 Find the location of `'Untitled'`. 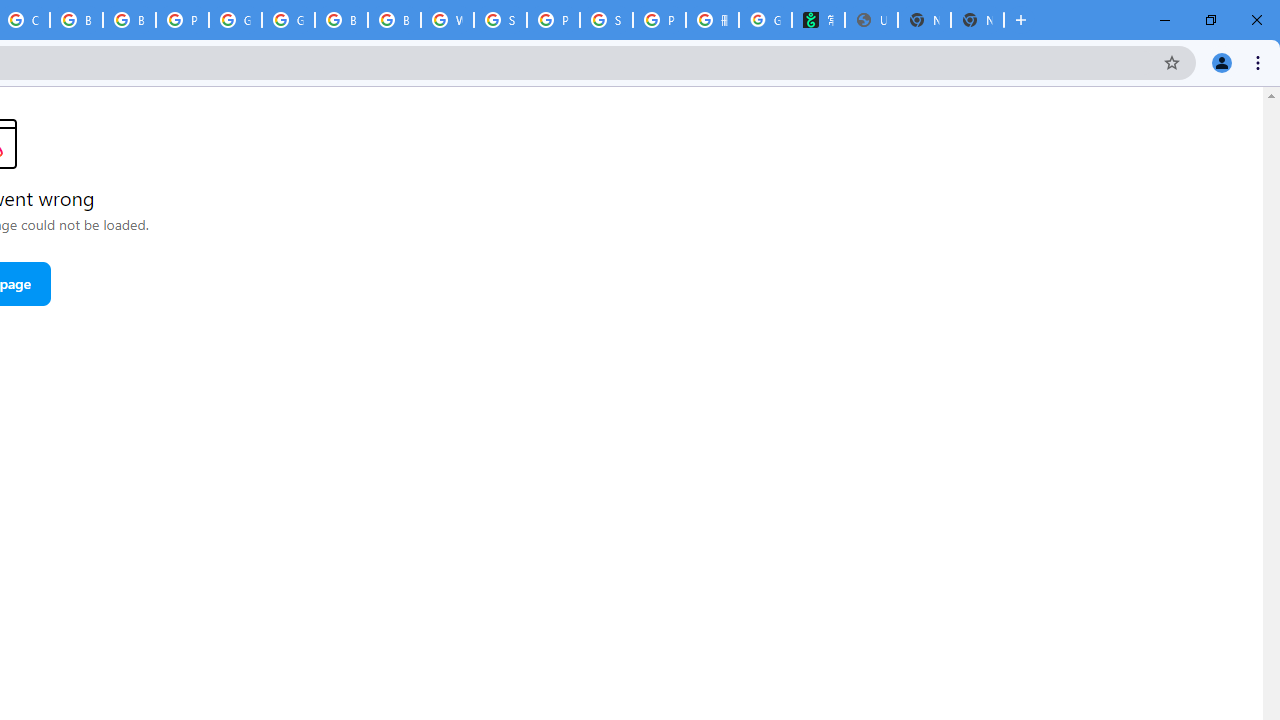

'Untitled' is located at coordinates (871, 20).